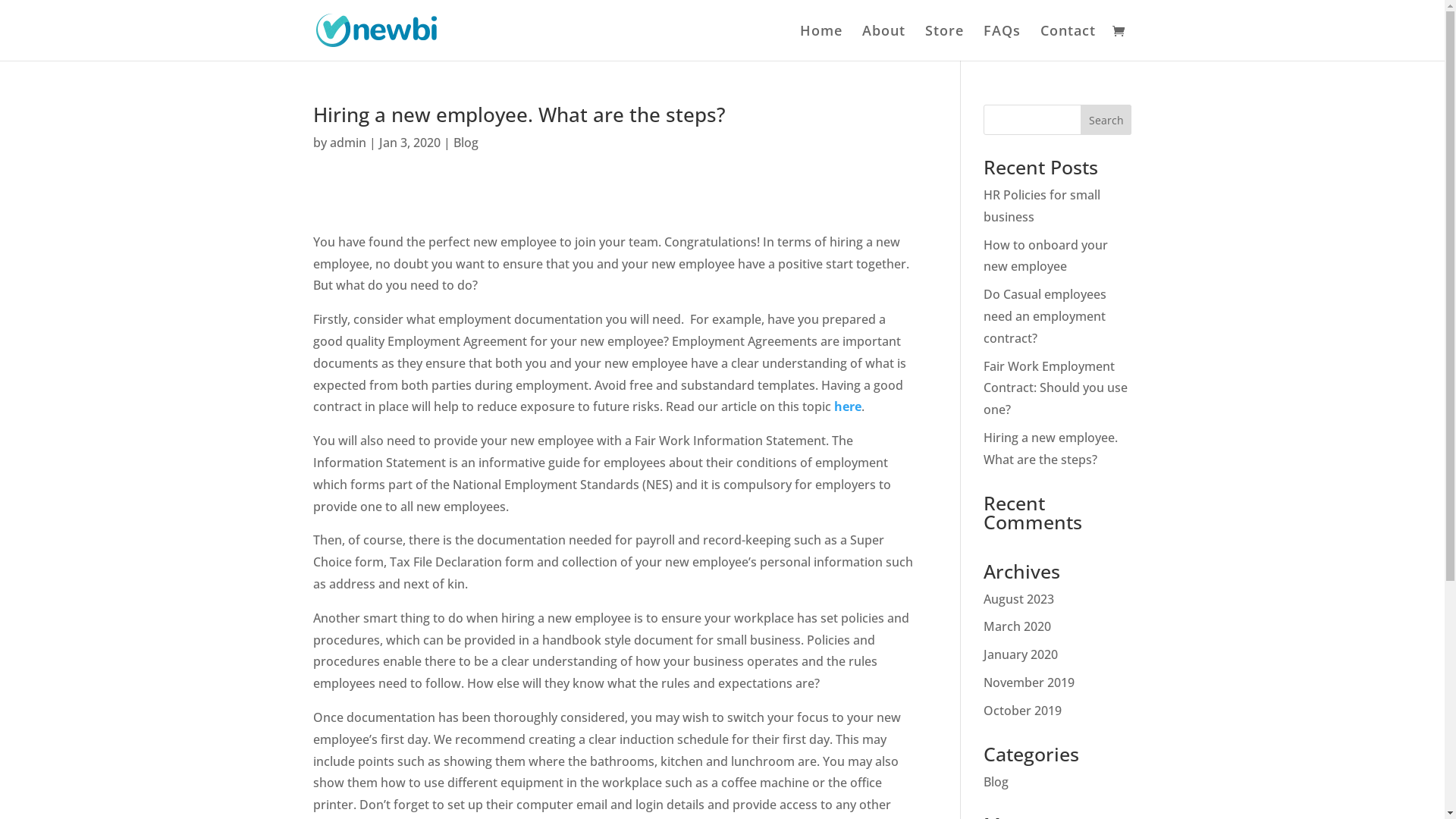 This screenshot has height=819, width=1456. I want to click on 'October 2019', so click(983, 711).